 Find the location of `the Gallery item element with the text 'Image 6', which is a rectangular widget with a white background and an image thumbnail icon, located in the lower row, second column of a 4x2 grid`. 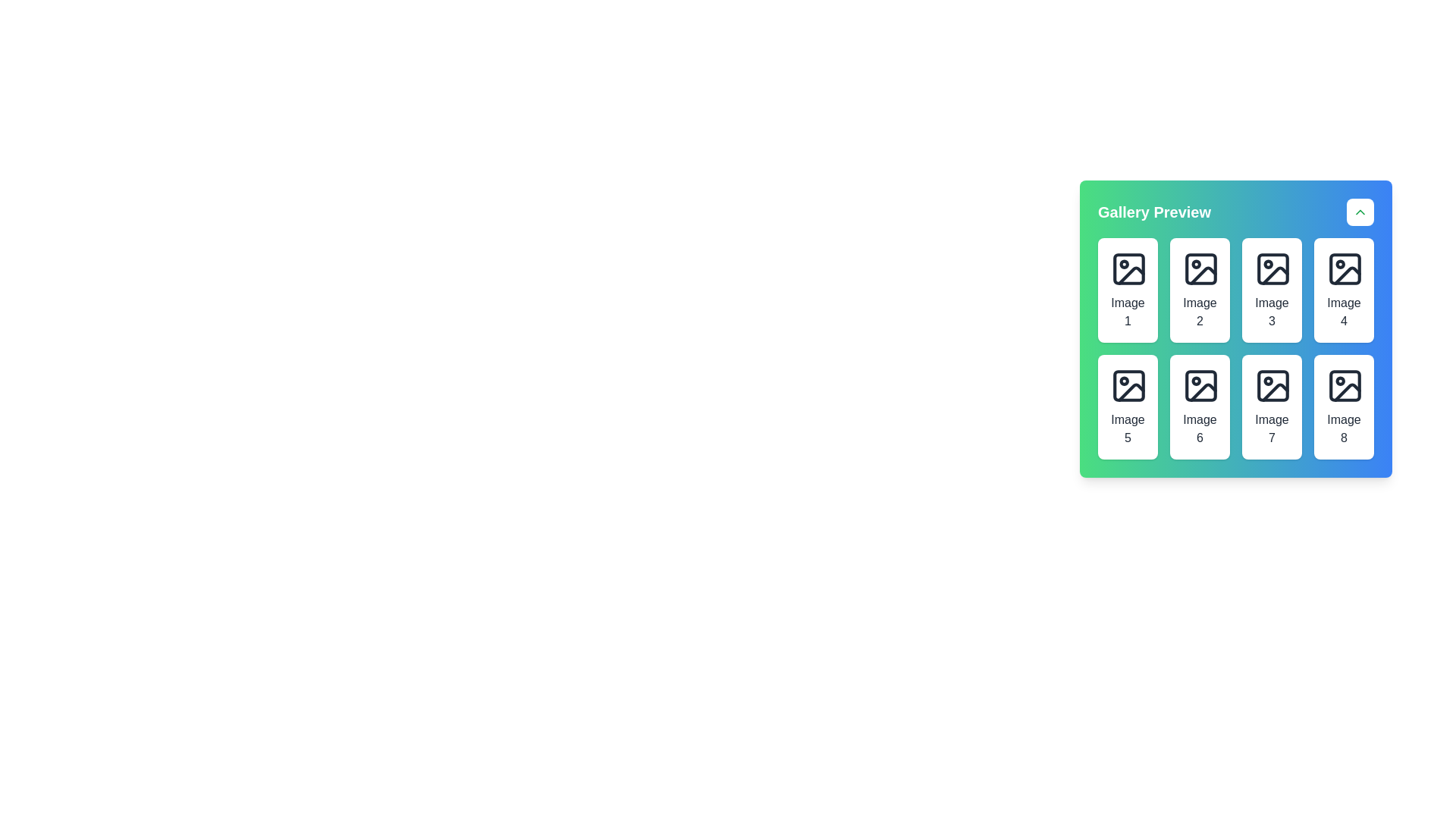

the Gallery item element with the text 'Image 6', which is a rectangular widget with a white background and an image thumbnail icon, located in the lower row, second column of a 4x2 grid is located at coordinates (1199, 406).